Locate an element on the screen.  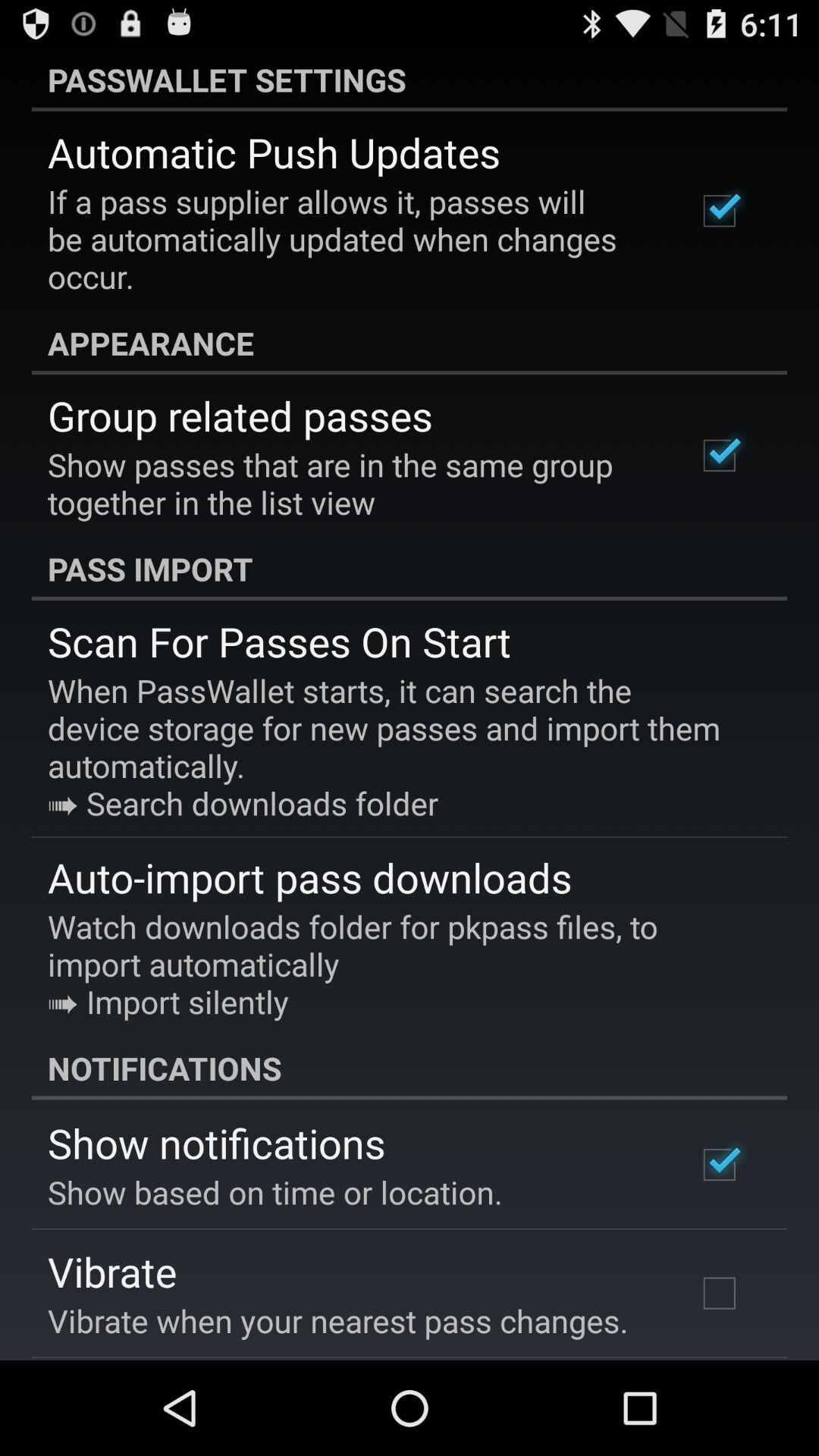
icon below the notifications is located at coordinates (216, 1143).